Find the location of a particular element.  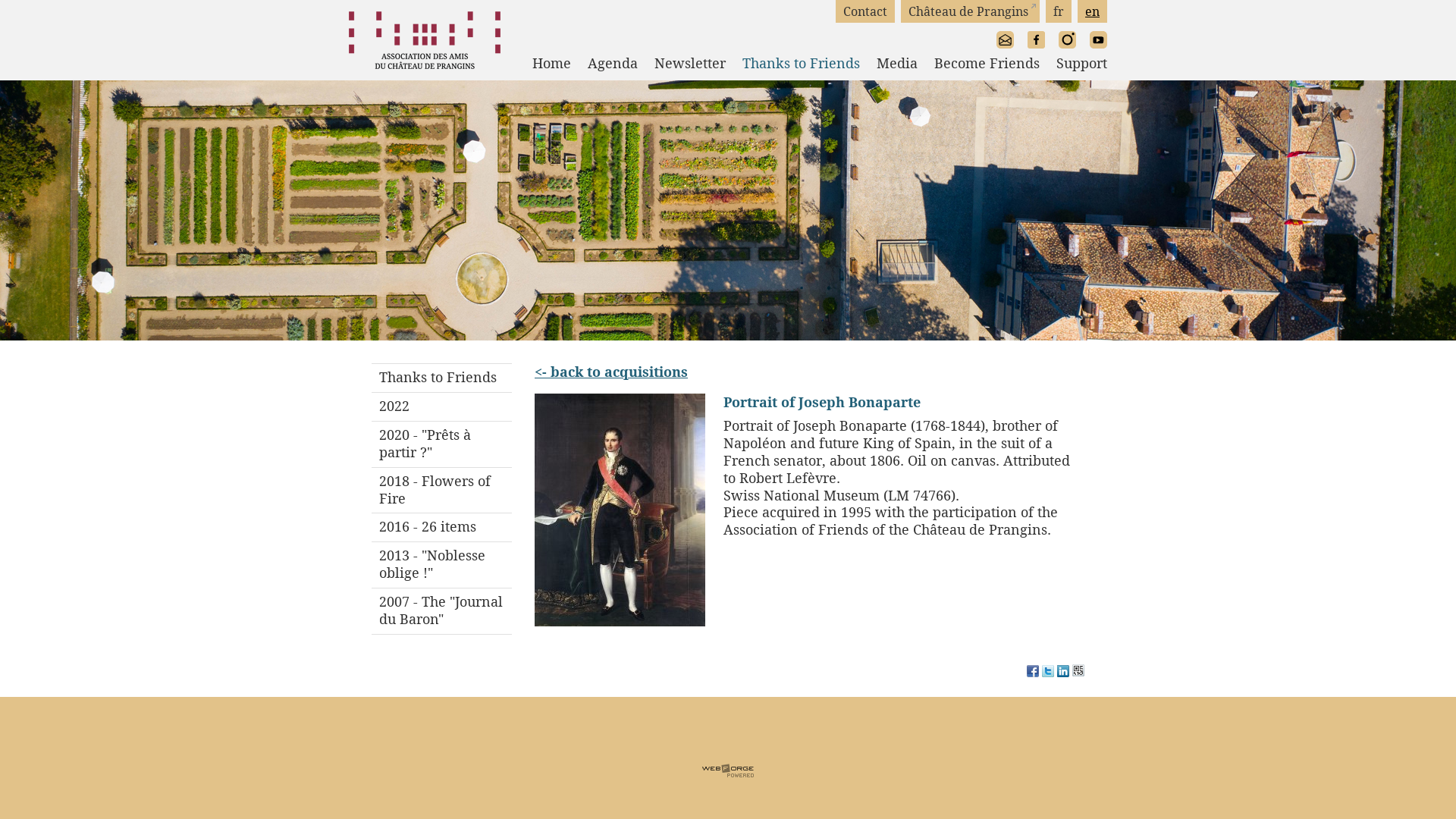

'Media' is located at coordinates (888, 63).